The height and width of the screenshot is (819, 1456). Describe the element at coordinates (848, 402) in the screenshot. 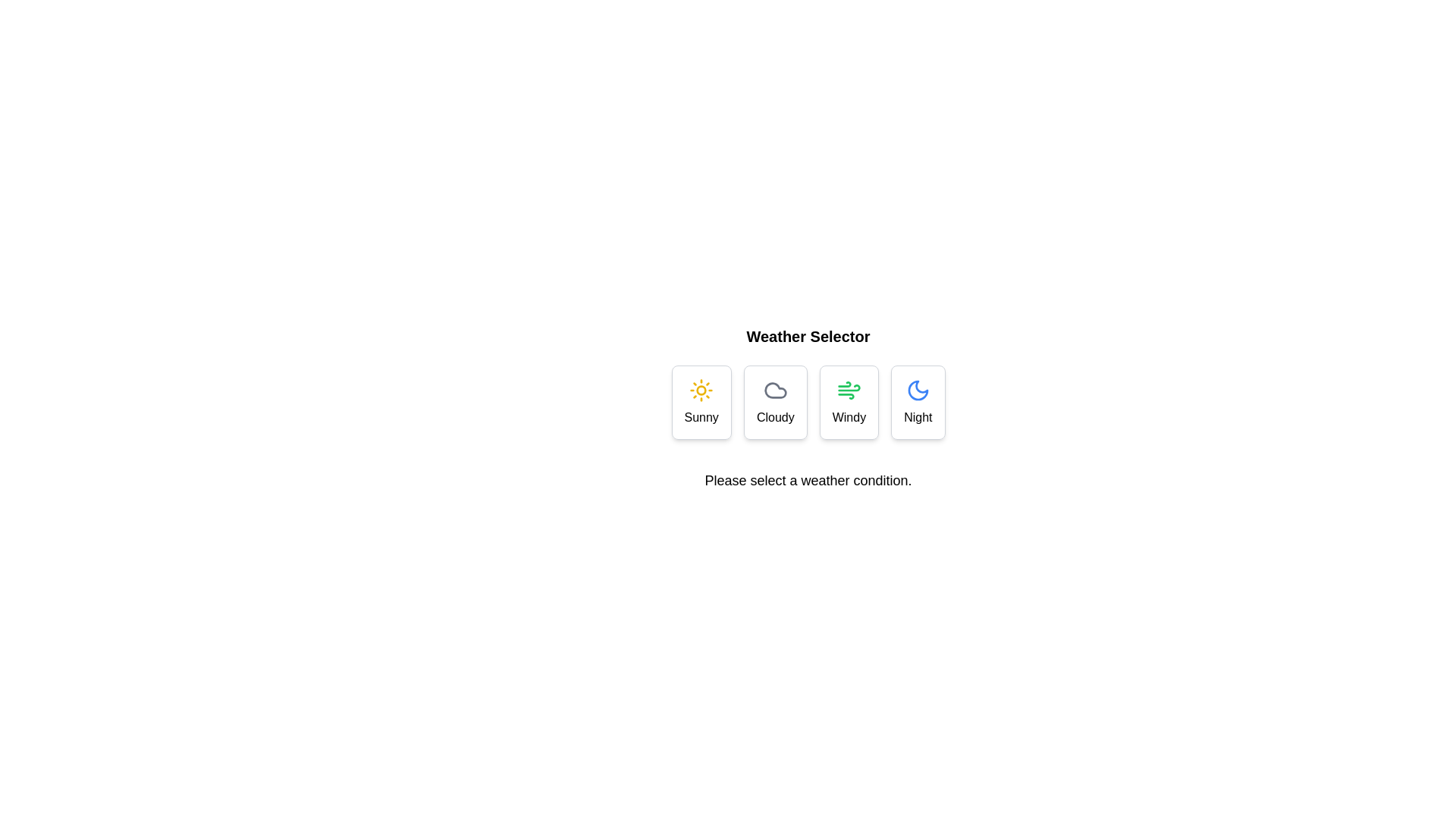

I see `the 'Windy' weather condition button, which is the third card in a horizontal arrangement of four cards in the weather selection interface` at that location.